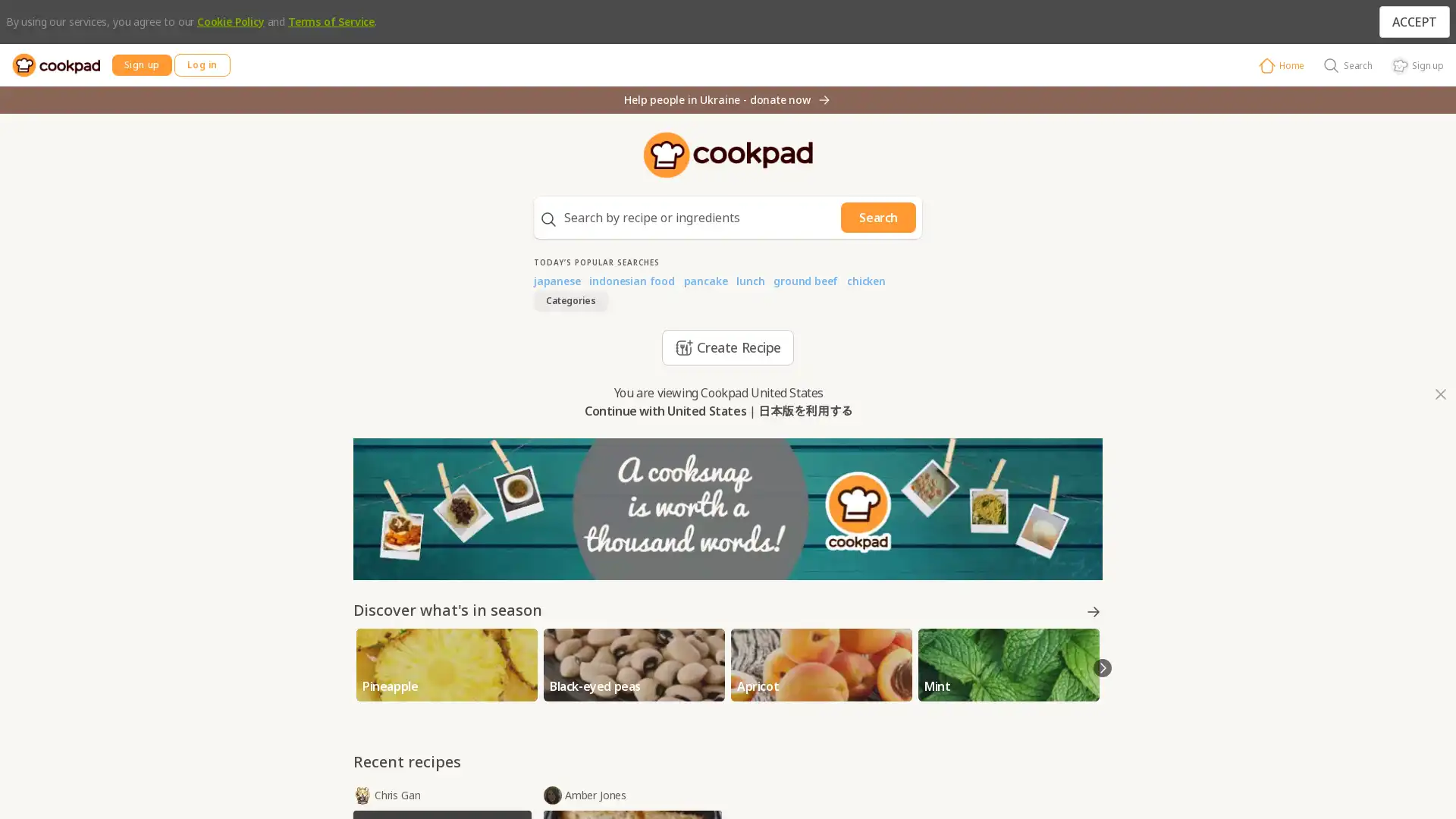 The height and width of the screenshot is (819, 1456). Describe the element at coordinates (878, 217) in the screenshot. I see `Search` at that location.